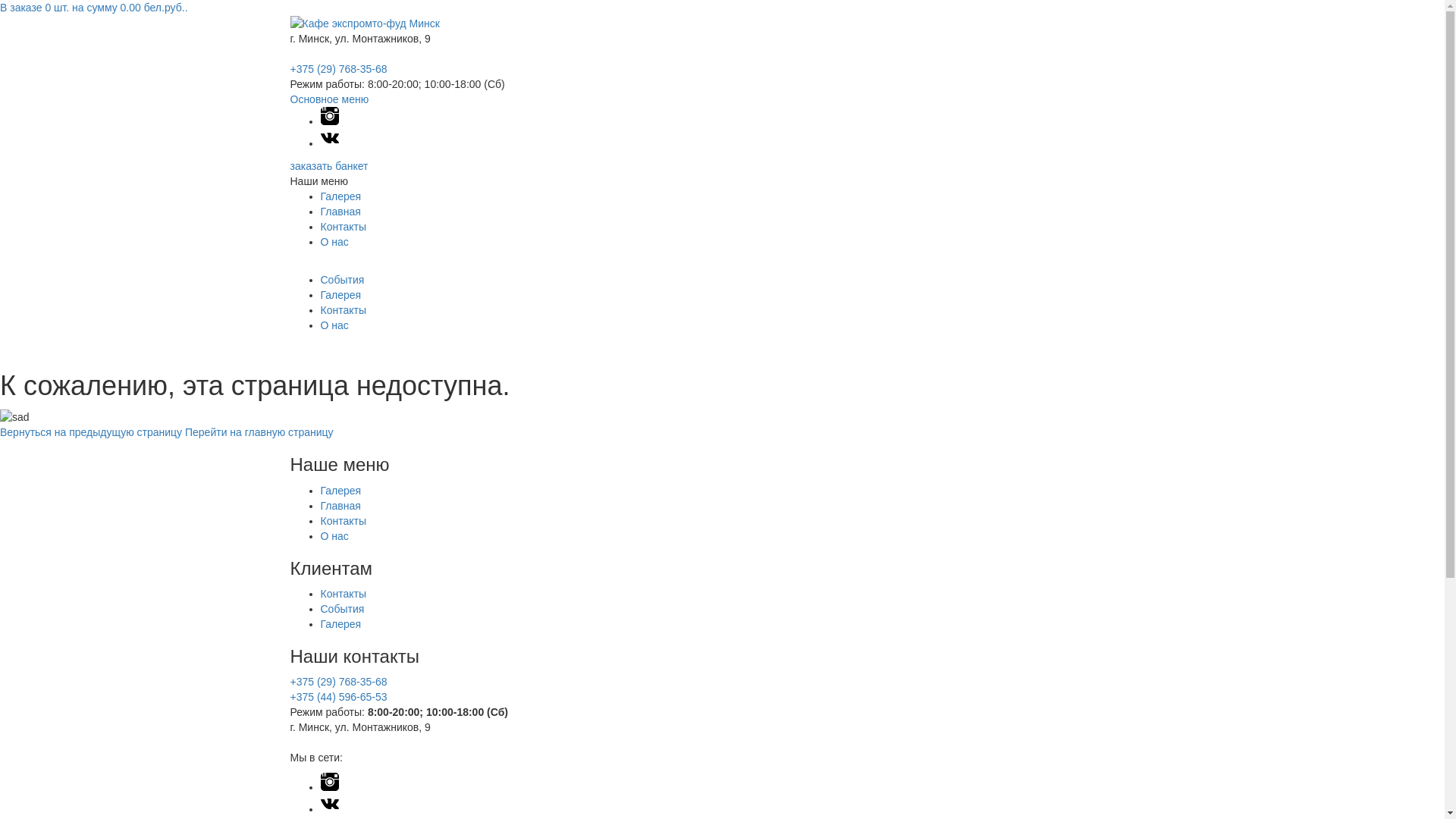 This screenshot has width=1456, height=819. I want to click on '+375 (44) 596-65-53', so click(337, 696).